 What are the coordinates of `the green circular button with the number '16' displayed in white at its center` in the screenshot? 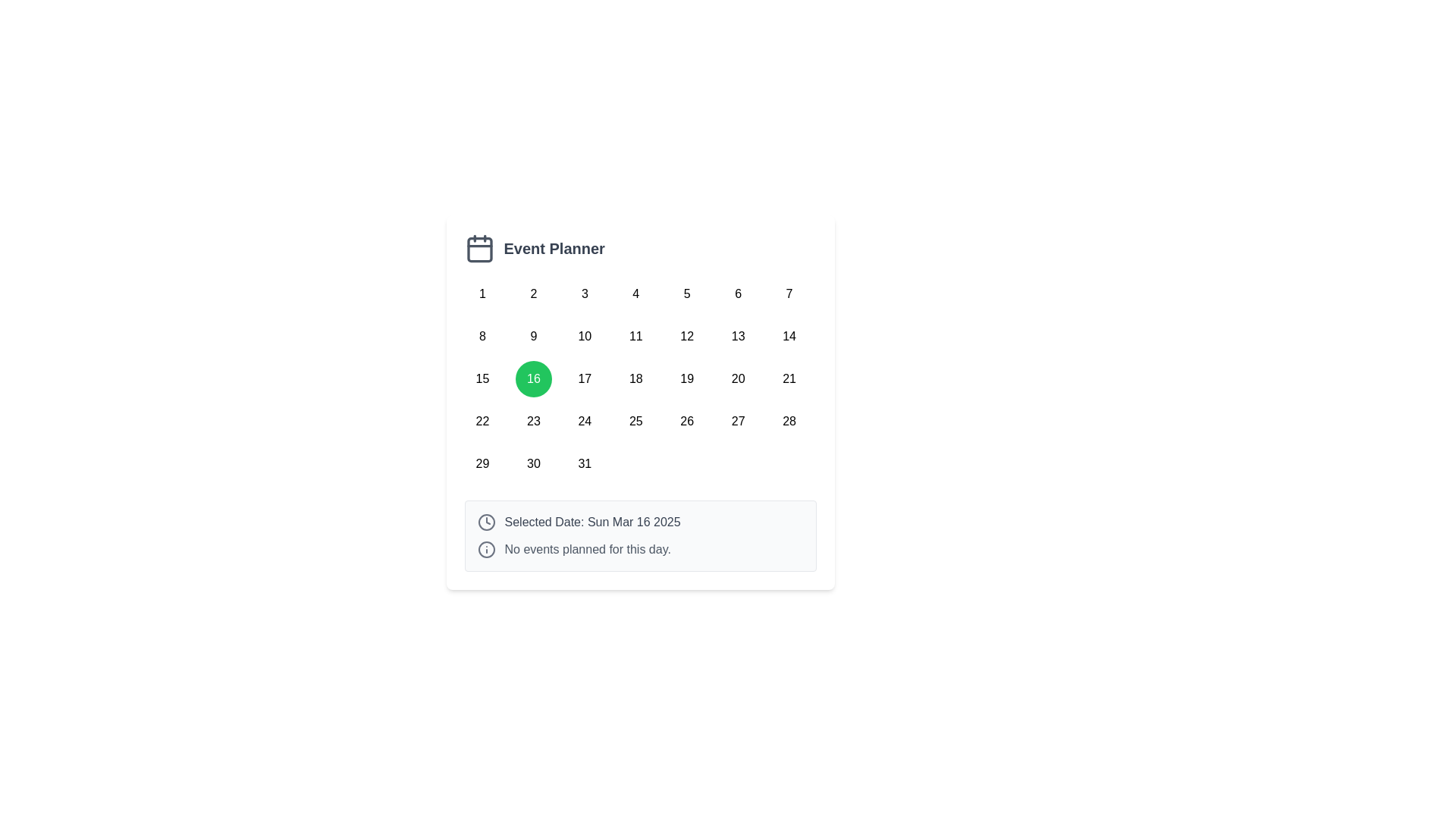 It's located at (533, 378).